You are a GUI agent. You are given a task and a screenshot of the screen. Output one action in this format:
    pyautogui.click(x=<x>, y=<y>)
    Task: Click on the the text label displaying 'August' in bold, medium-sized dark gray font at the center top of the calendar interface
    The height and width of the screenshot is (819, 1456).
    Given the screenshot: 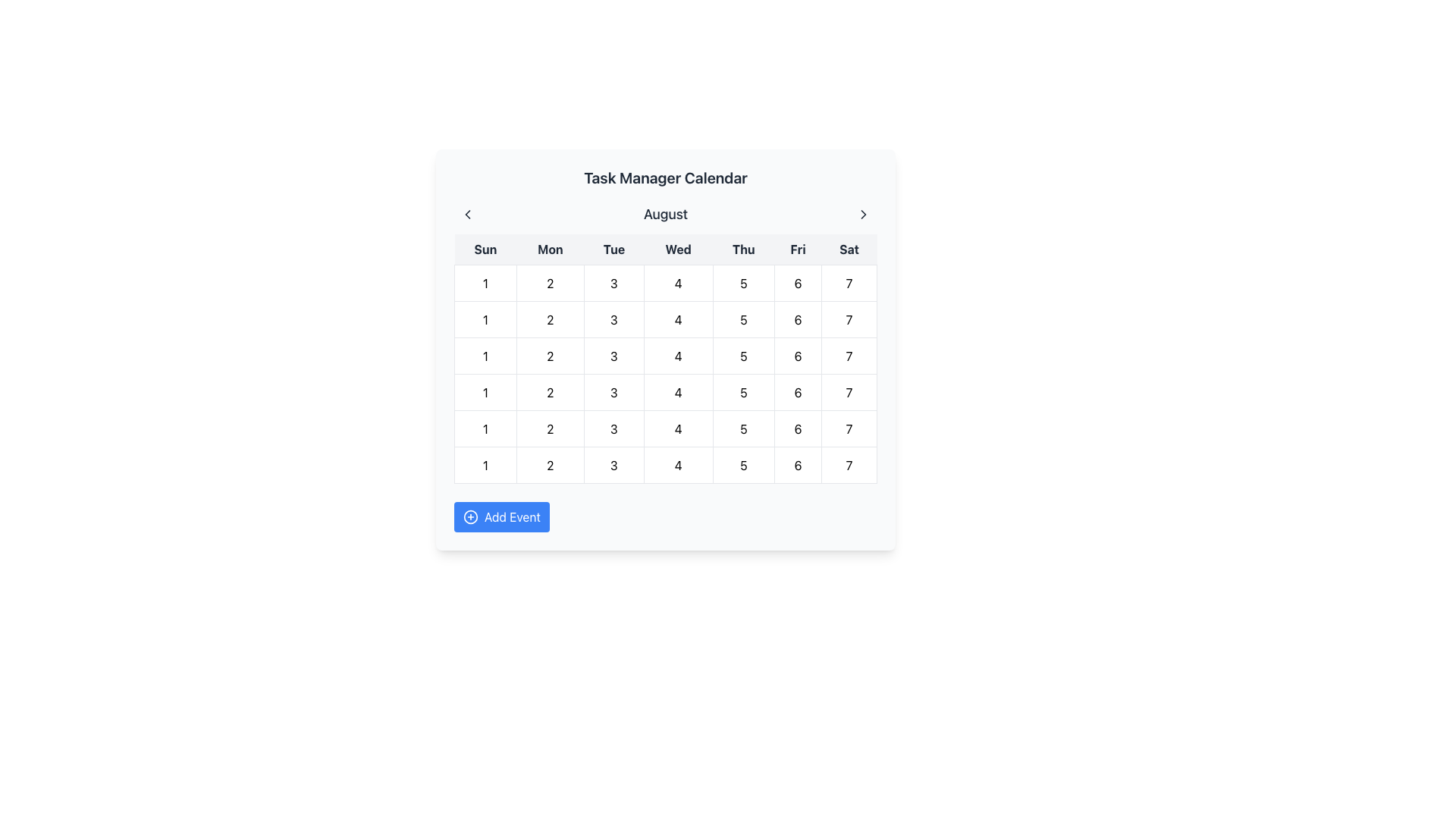 What is the action you would take?
    pyautogui.click(x=666, y=214)
    